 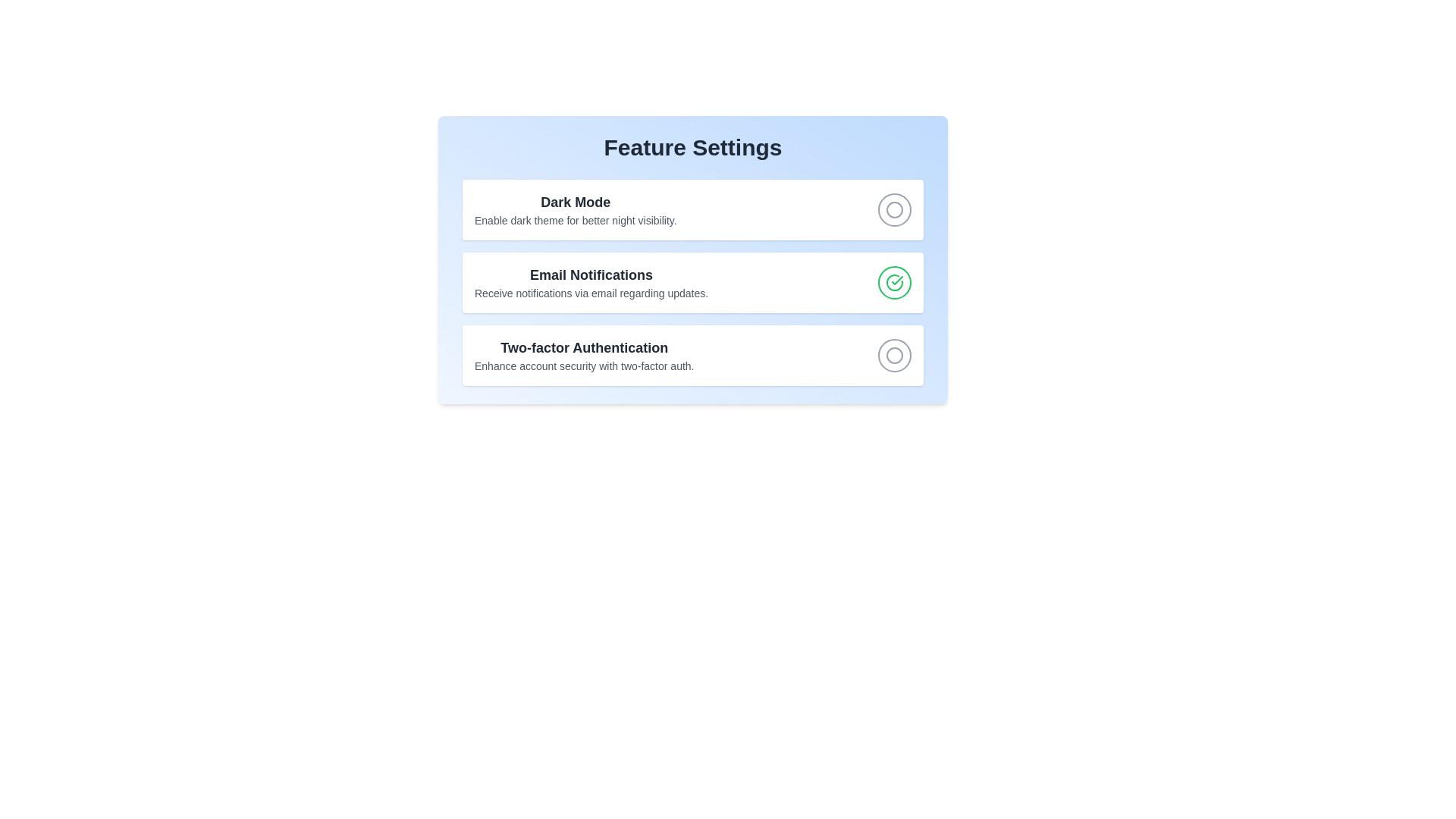 I want to click on the circular toggle button for 'Dark Mode' located in the 'Feature Settings' section, so click(x=692, y=210).